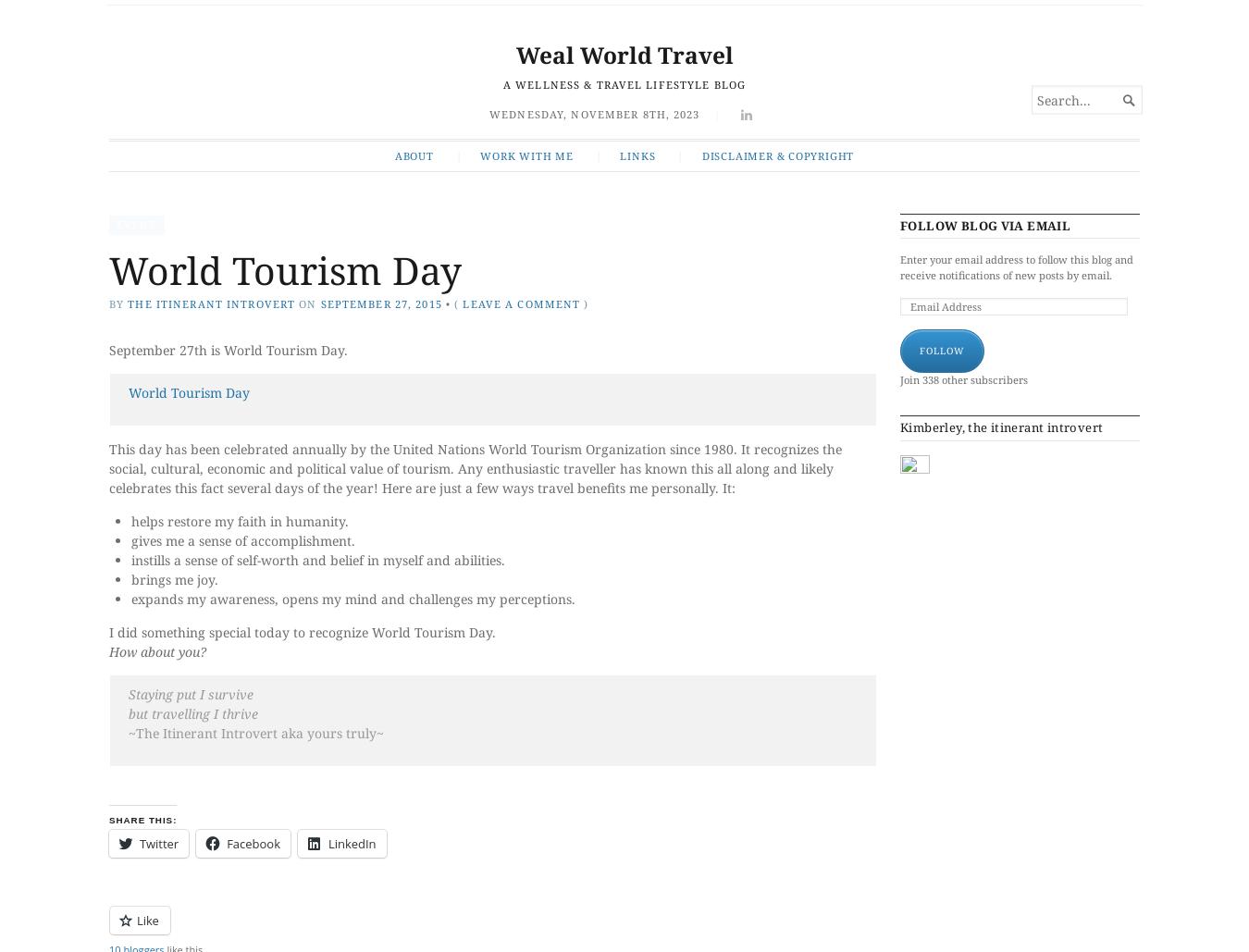  Describe the element at coordinates (919, 348) in the screenshot. I see `'Follow'` at that location.